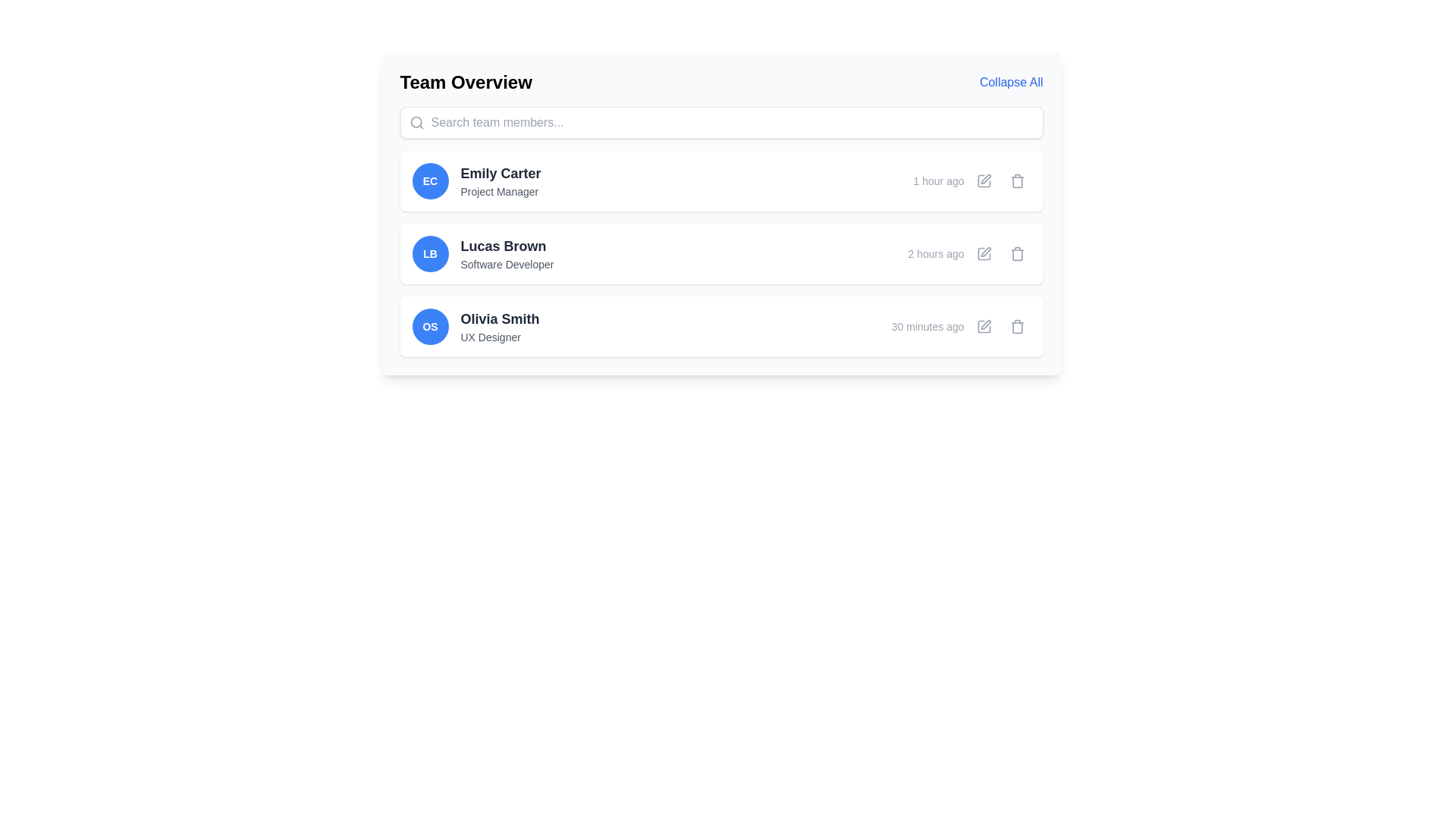 The image size is (1456, 819). Describe the element at coordinates (500, 191) in the screenshot. I see `the static text label displaying 'Project Manager', which is styled in gray and positioned below 'Emily Carter' in the team members list` at that location.